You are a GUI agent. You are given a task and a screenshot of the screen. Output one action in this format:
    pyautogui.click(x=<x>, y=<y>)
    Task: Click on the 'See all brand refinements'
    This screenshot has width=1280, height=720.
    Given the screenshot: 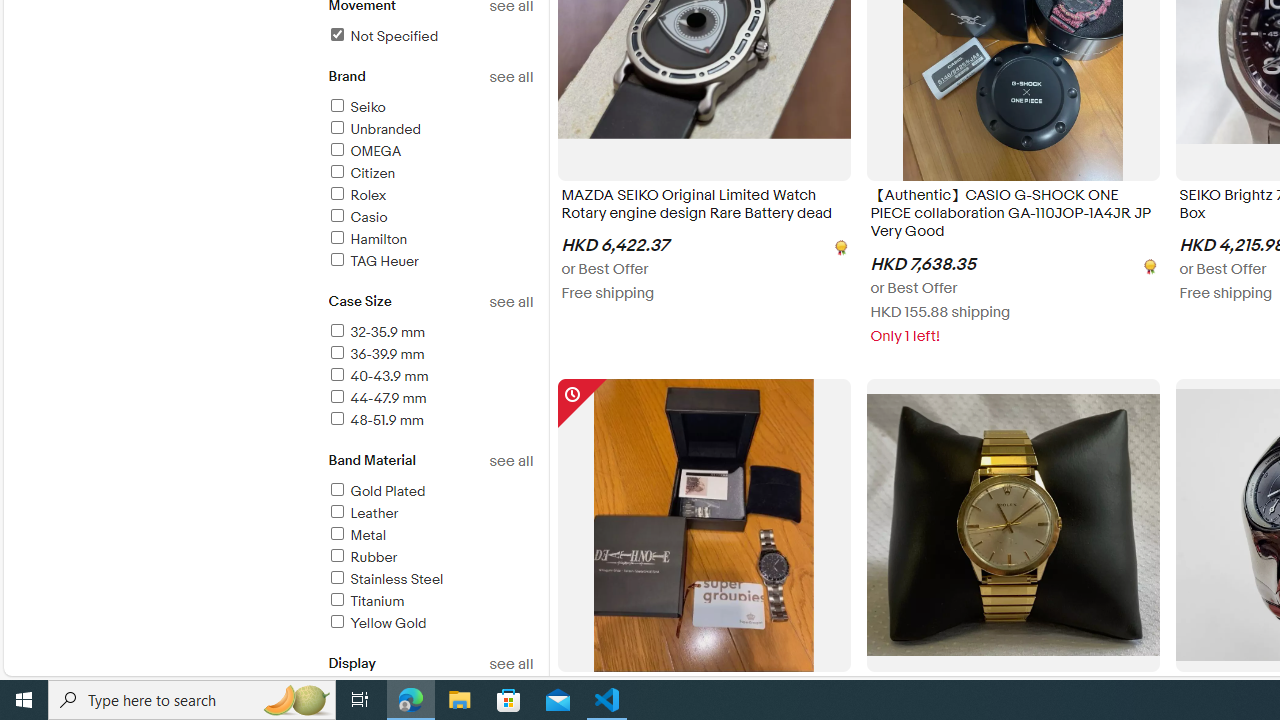 What is the action you would take?
    pyautogui.click(x=511, y=76)
    